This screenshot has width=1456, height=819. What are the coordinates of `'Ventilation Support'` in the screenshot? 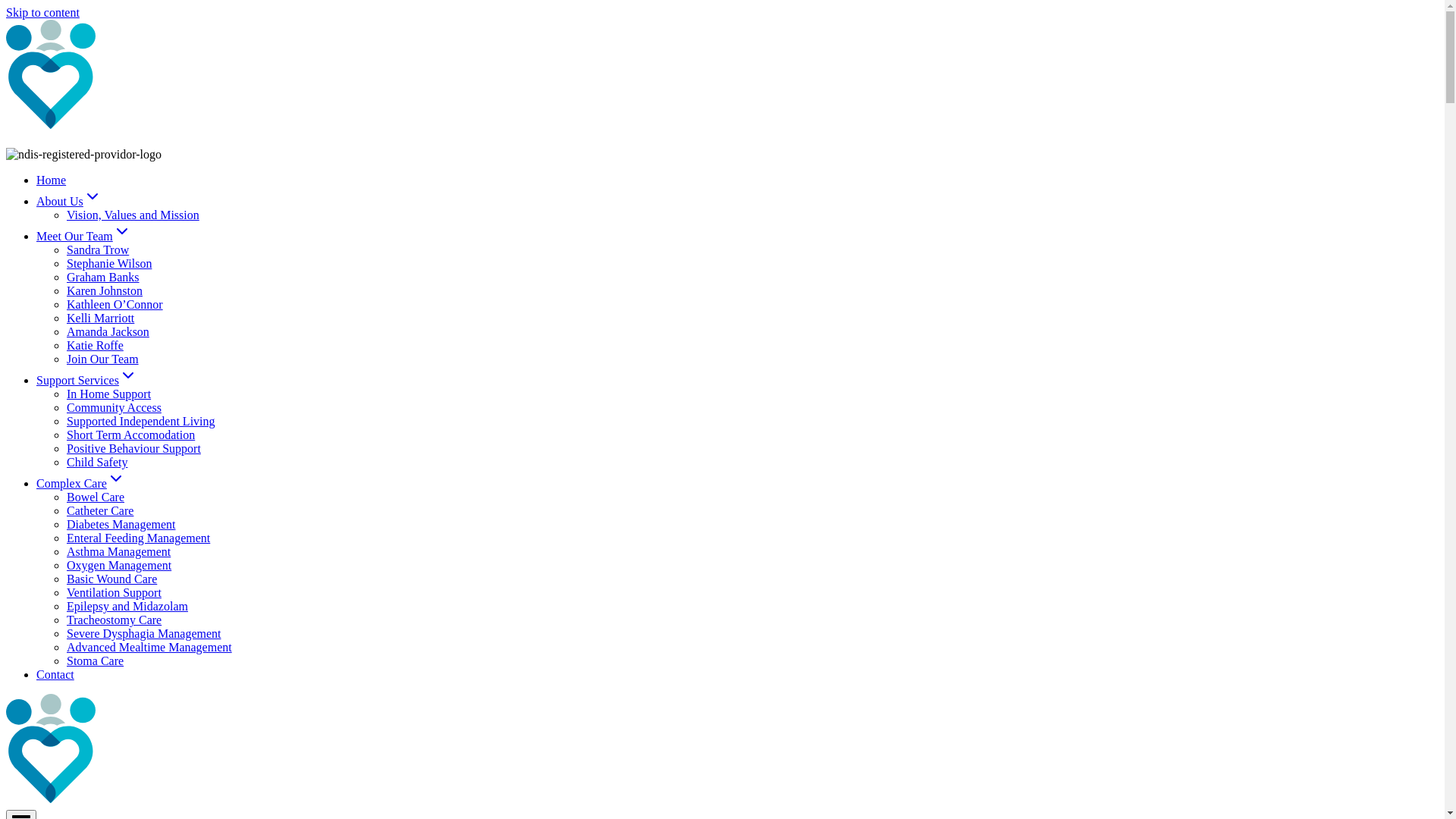 It's located at (113, 591).